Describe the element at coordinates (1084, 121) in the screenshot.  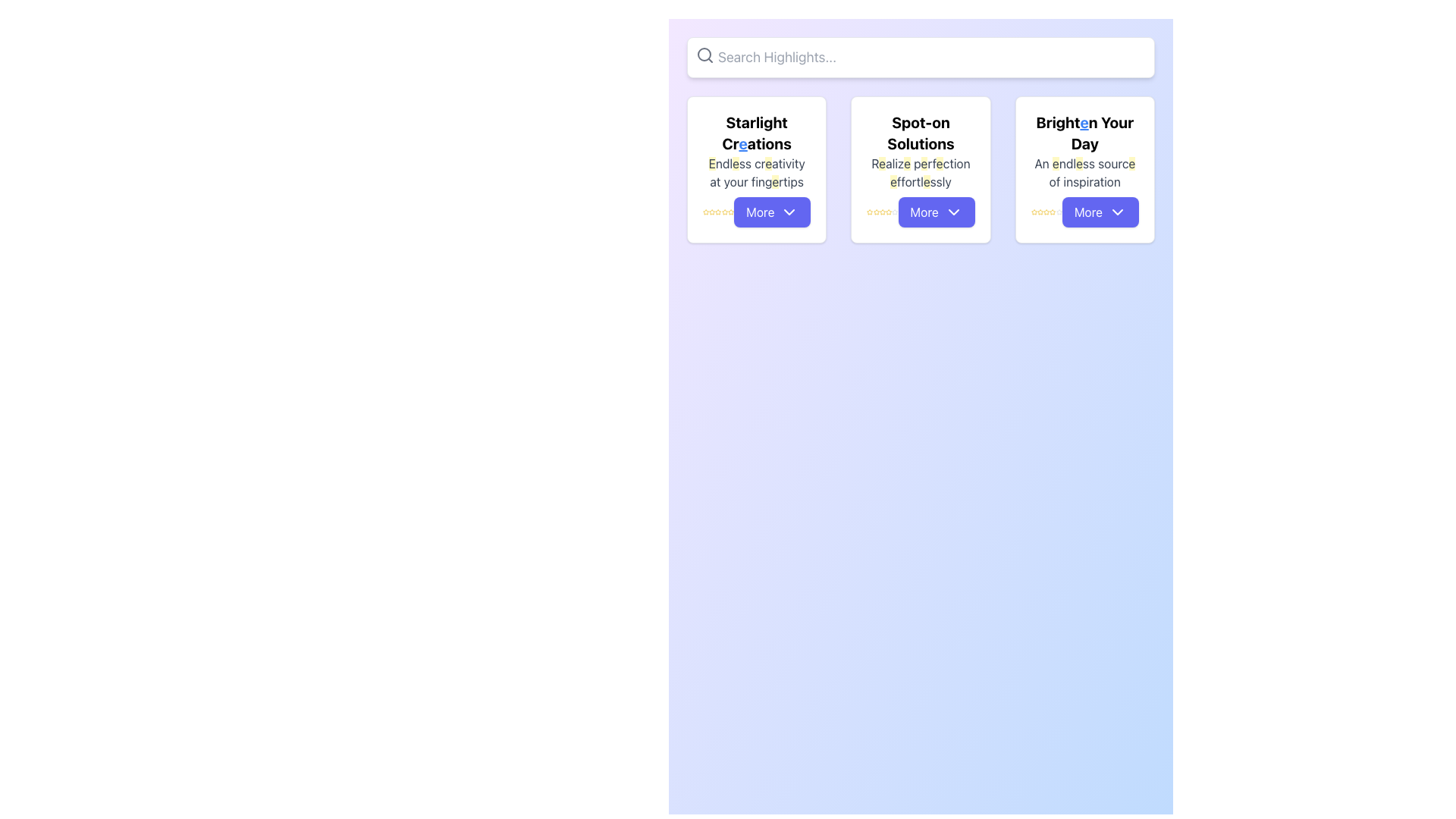
I see `the hyperlinked text styled for emphasis in the phrase 'Brighten Your Day', specifically the word 'Brighten'` at that location.